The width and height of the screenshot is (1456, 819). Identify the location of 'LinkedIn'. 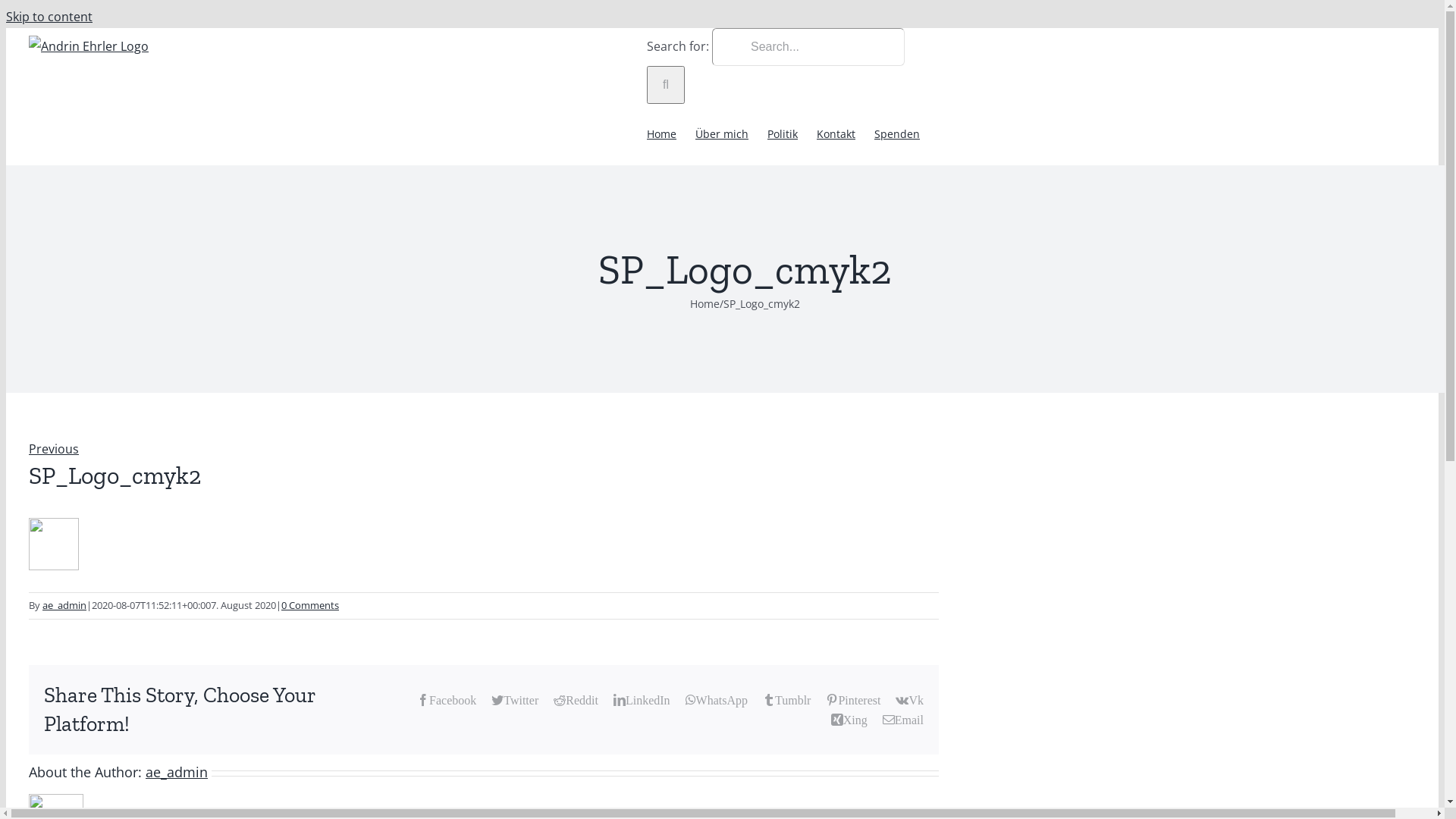
(642, 699).